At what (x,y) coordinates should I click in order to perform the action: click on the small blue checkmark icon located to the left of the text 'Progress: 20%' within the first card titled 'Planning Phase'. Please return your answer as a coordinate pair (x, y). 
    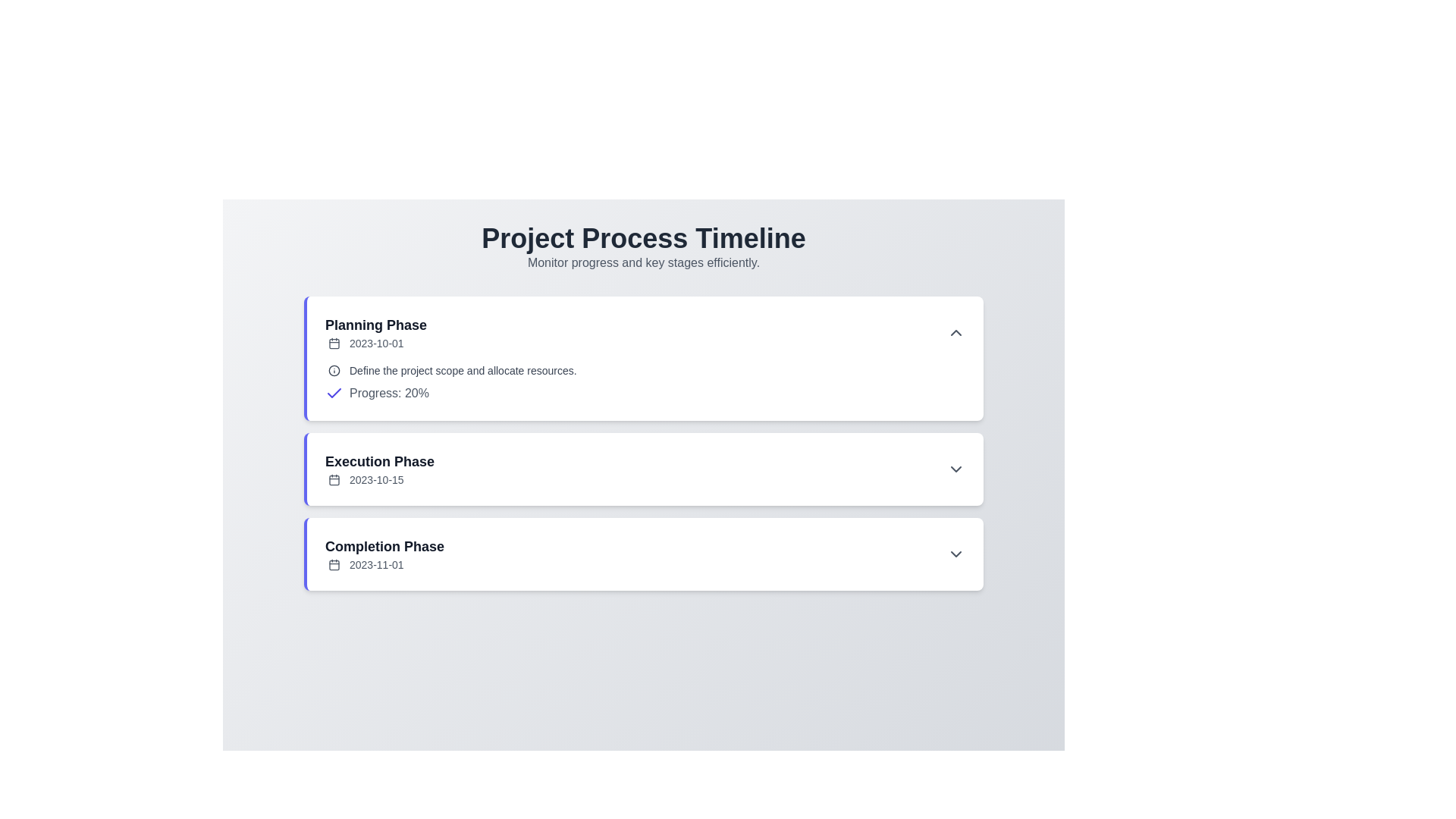
    Looking at the image, I should click on (334, 393).